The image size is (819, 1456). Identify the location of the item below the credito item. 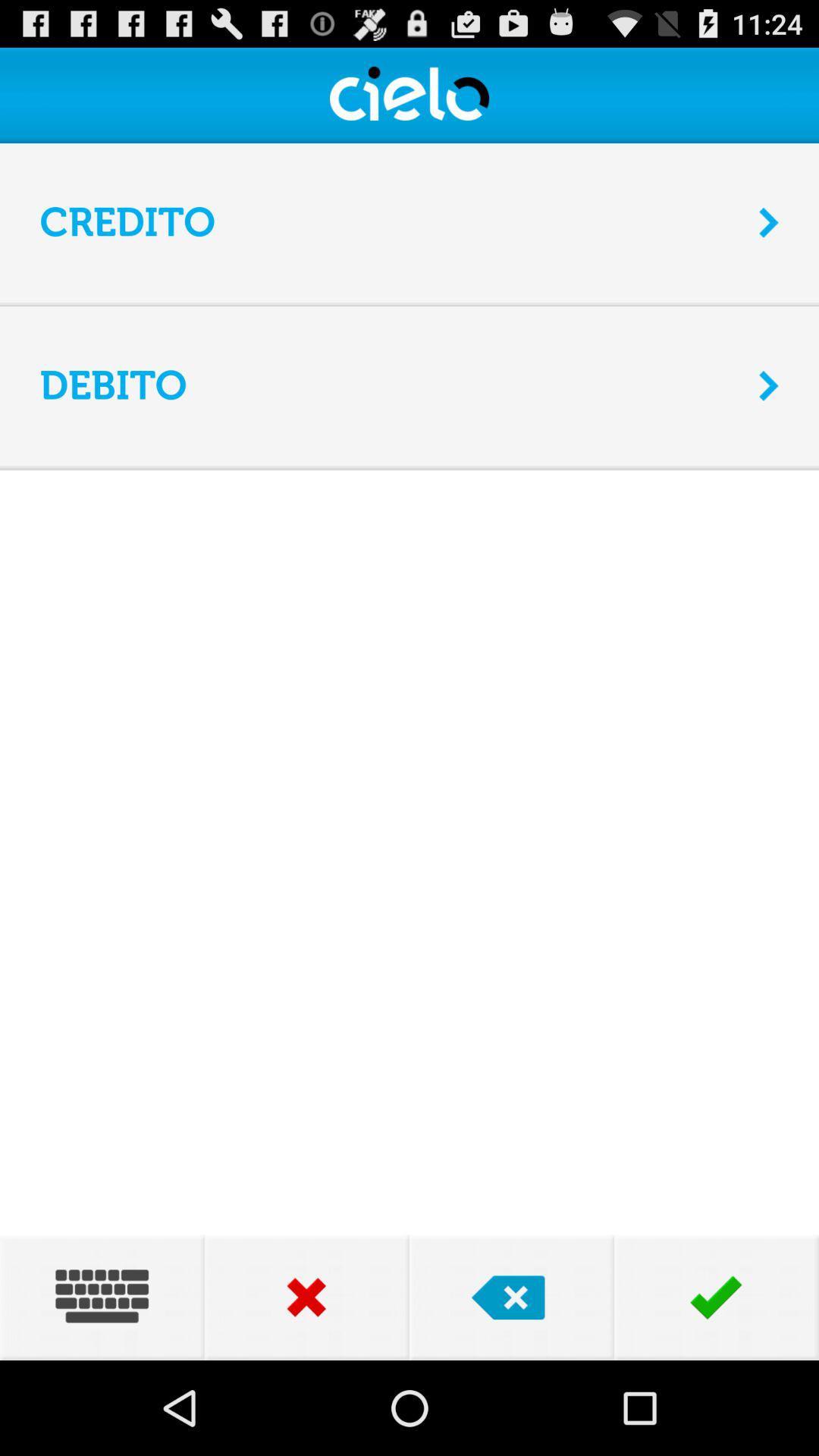
(409, 303).